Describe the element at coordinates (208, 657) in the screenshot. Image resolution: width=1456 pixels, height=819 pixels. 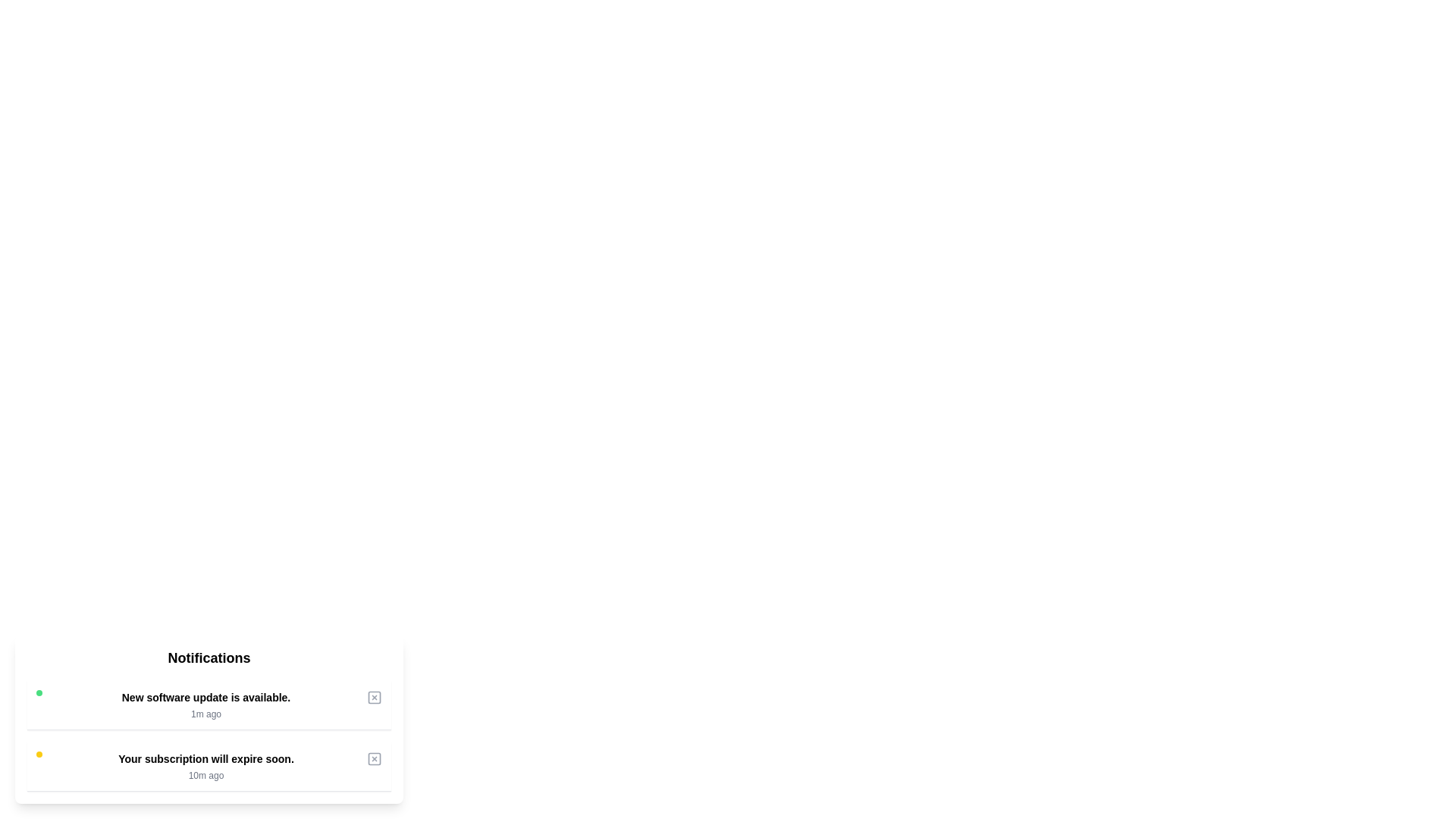
I see `the title text of the notifications section located at the top of the notification panel, which is fixed at the bottom center of the interface` at that location.